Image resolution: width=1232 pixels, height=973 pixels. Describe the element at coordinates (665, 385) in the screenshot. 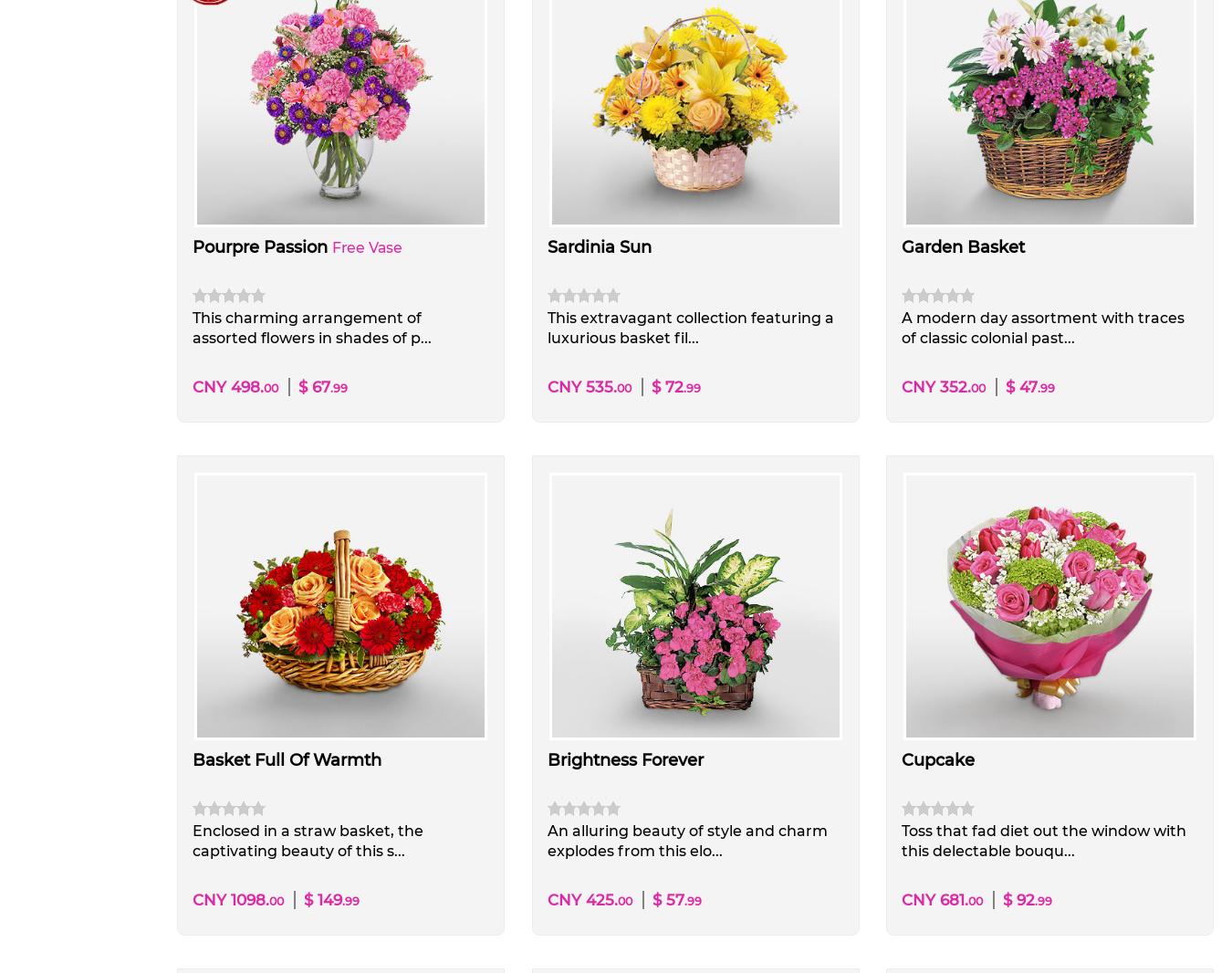

I see `'$ 72'` at that location.